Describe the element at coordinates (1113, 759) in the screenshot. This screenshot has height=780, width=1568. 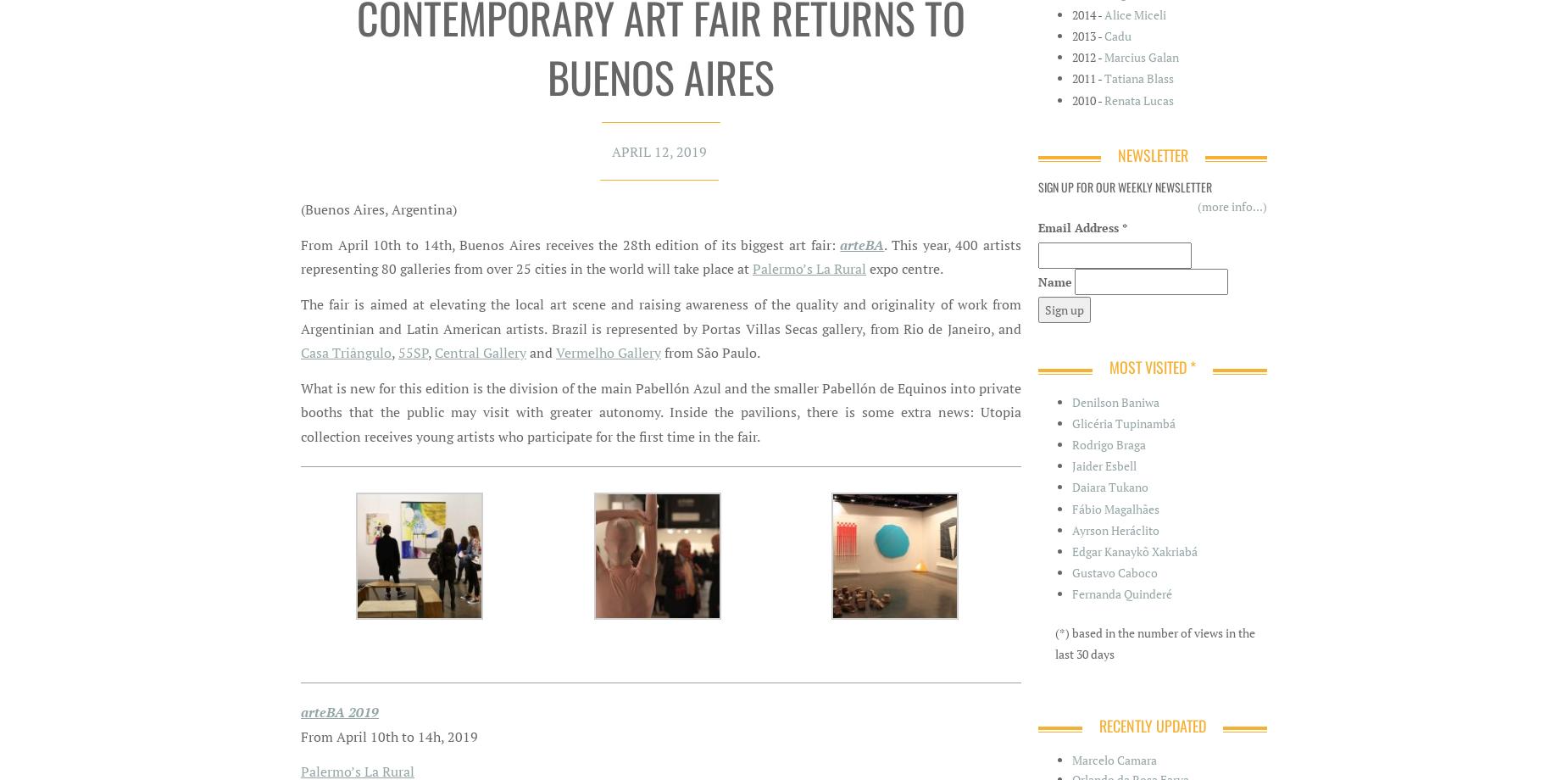
I see `'Marcelo Camara'` at that location.